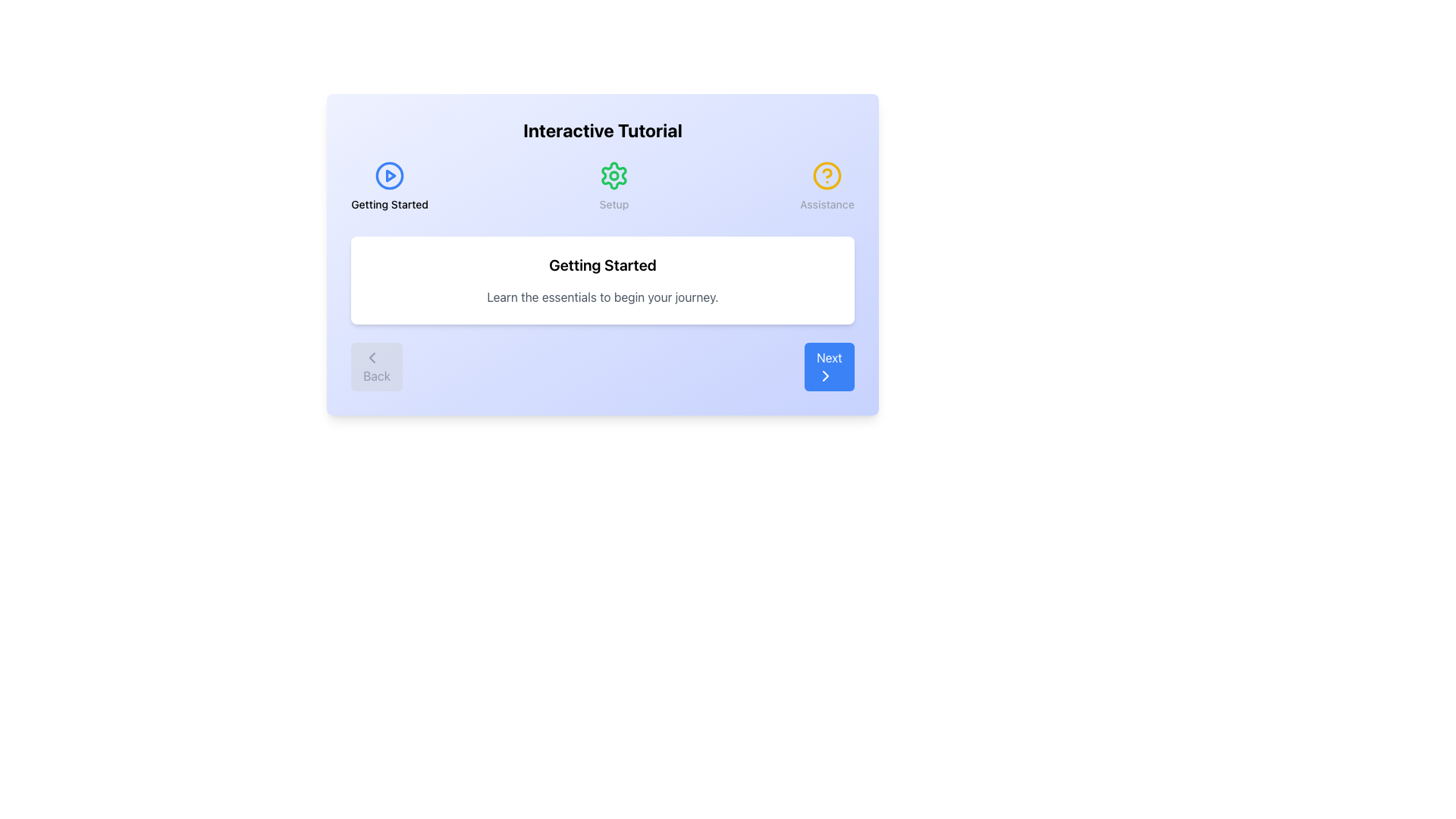 The width and height of the screenshot is (1456, 819). I want to click on the Text Label that describes the start of a process, situated below the circular play icon in the top-left quadrant of the interface, so click(390, 205).